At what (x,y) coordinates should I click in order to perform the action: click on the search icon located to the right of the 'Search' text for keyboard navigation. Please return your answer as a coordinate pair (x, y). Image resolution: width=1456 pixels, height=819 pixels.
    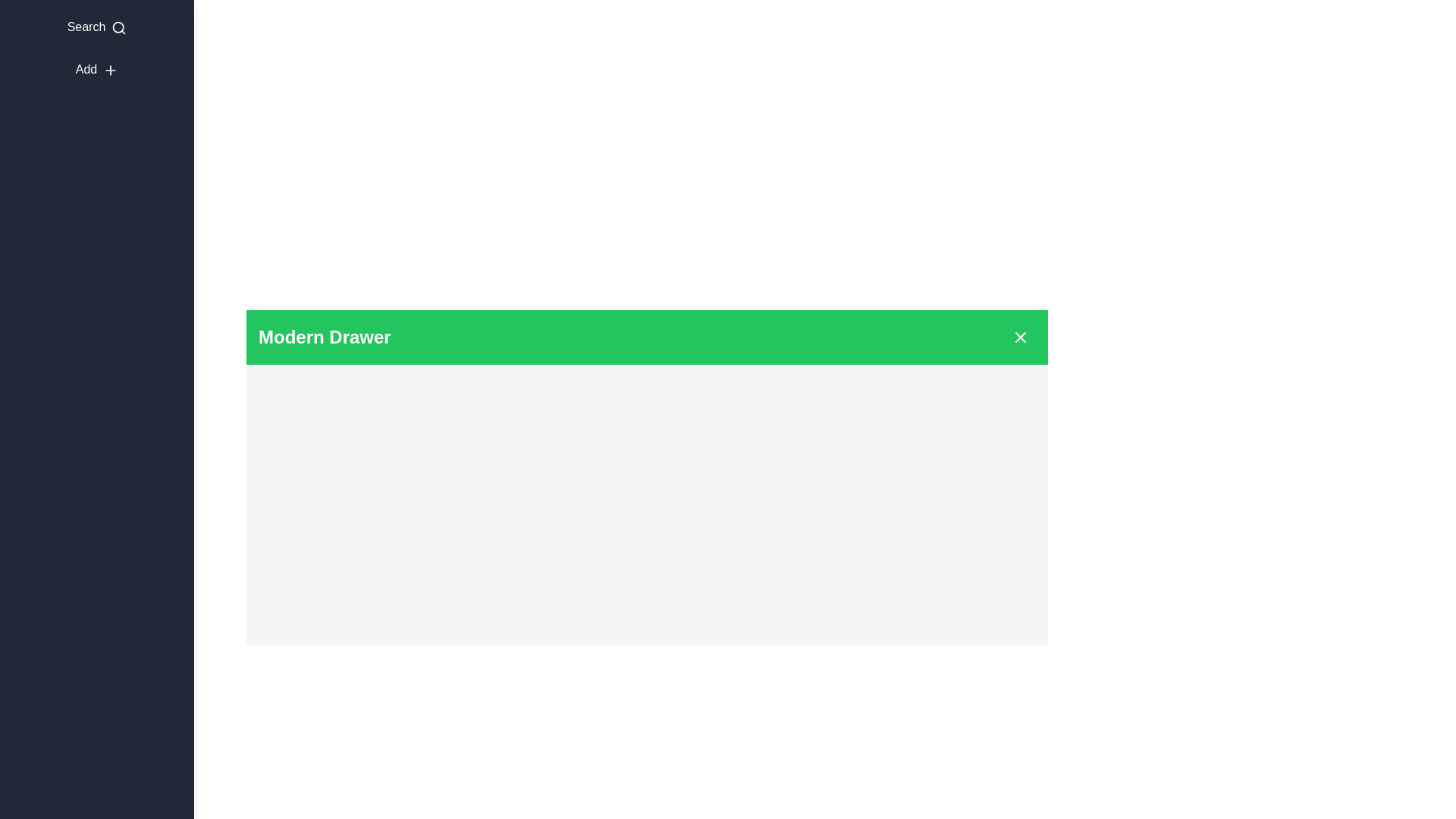
    Looking at the image, I should click on (118, 27).